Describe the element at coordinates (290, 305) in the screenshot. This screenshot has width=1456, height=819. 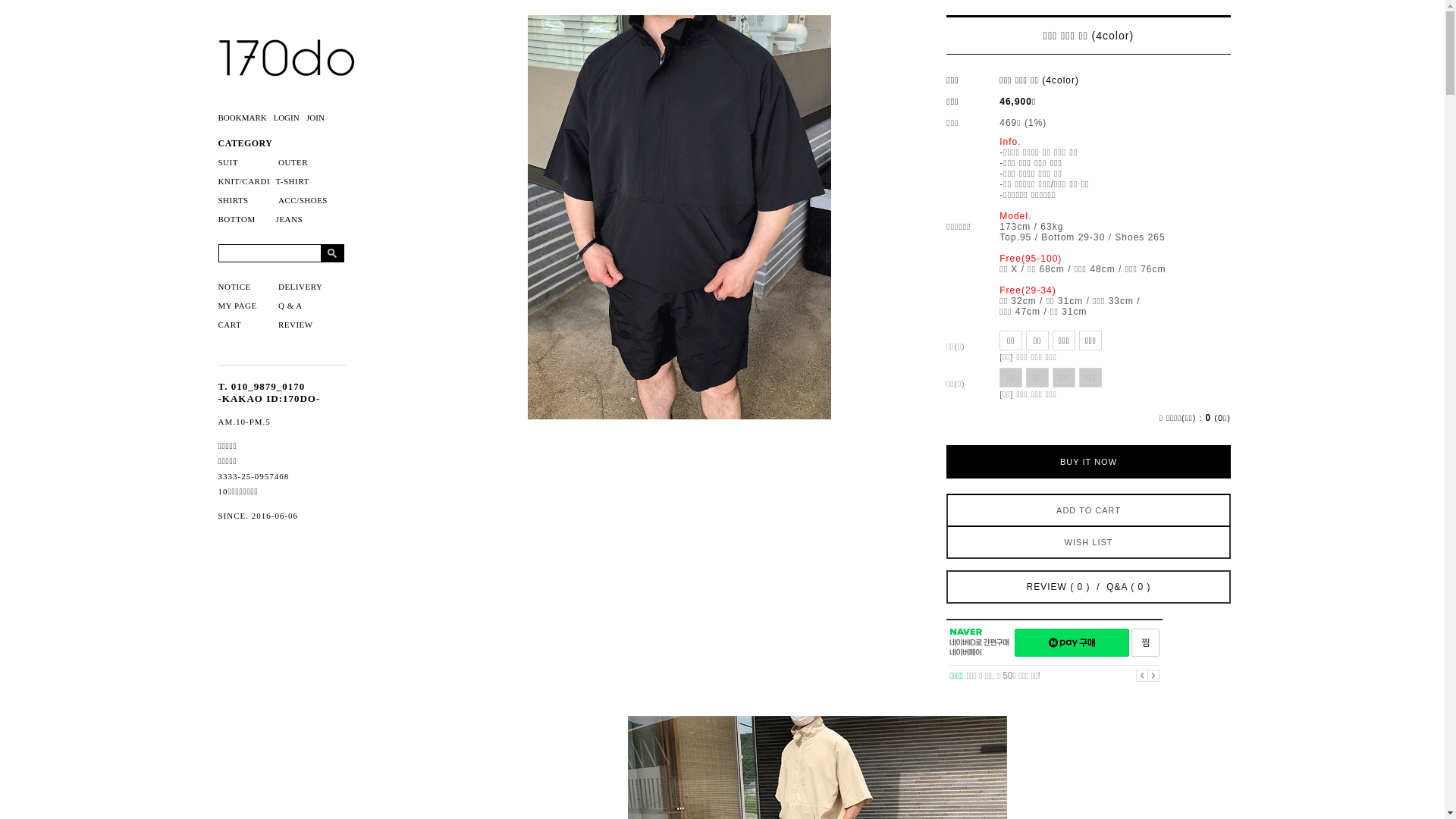
I see `'Q & A'` at that location.